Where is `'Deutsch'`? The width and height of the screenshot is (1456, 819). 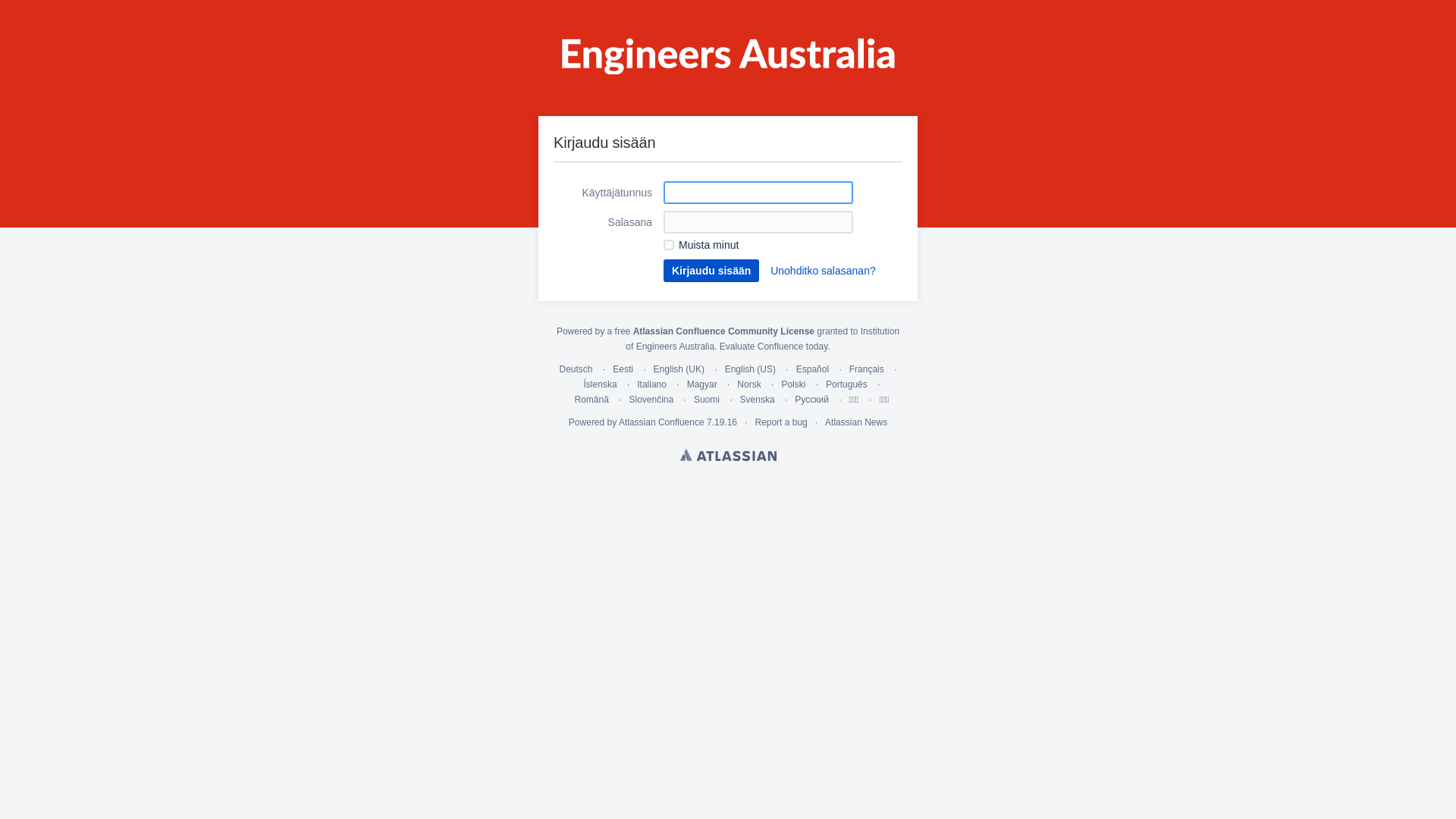
'Deutsch' is located at coordinates (575, 369).